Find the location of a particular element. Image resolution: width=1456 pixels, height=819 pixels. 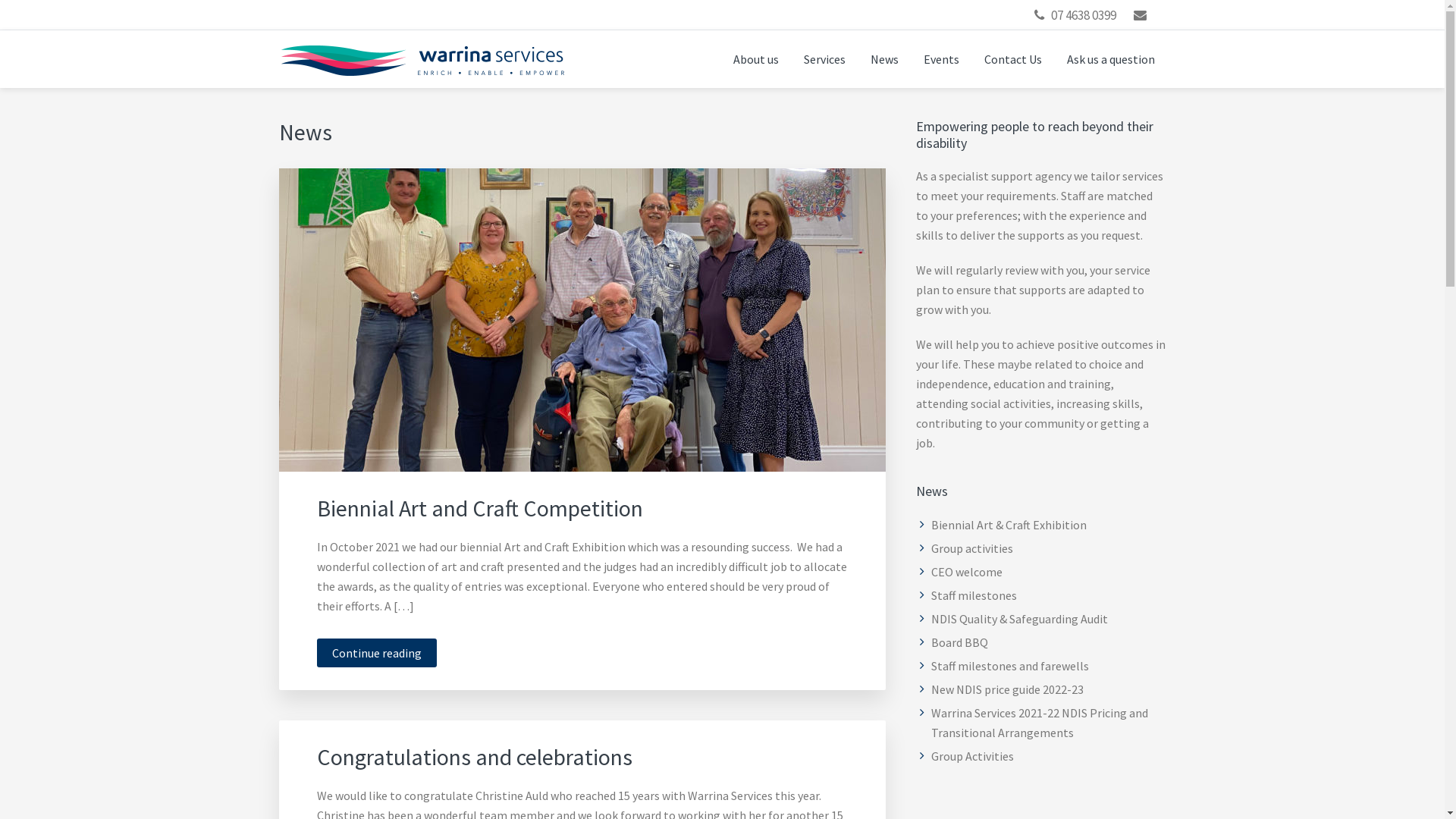

'Biennial Art and Craft Competition' is located at coordinates (479, 508).